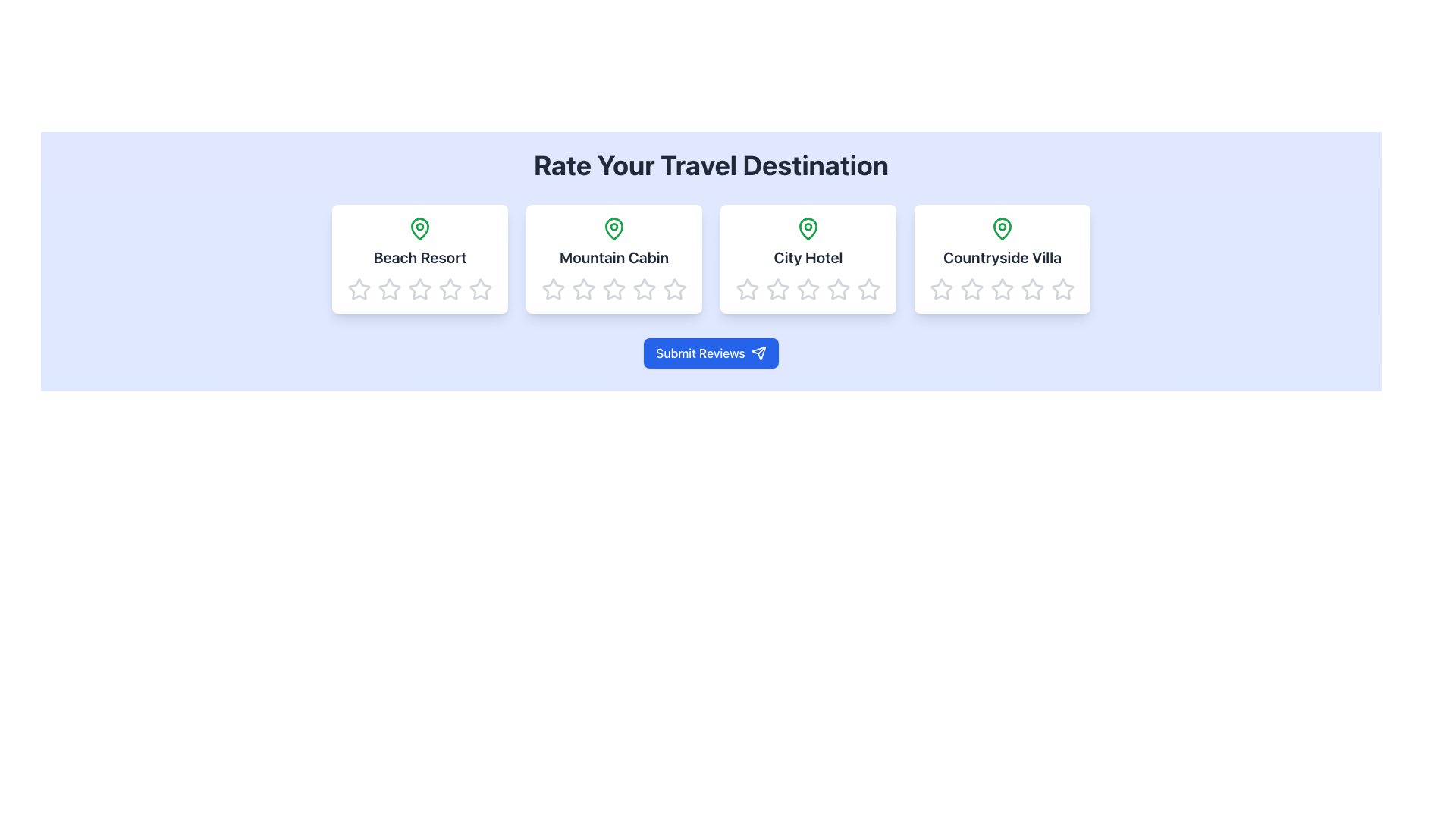 Image resolution: width=1456 pixels, height=819 pixels. Describe the element at coordinates (582, 289) in the screenshot. I see `the third star-shaped interactive icon in the five-star rating component under the 'Mountain Cabin' rating card to trigger a scale transformation` at that location.